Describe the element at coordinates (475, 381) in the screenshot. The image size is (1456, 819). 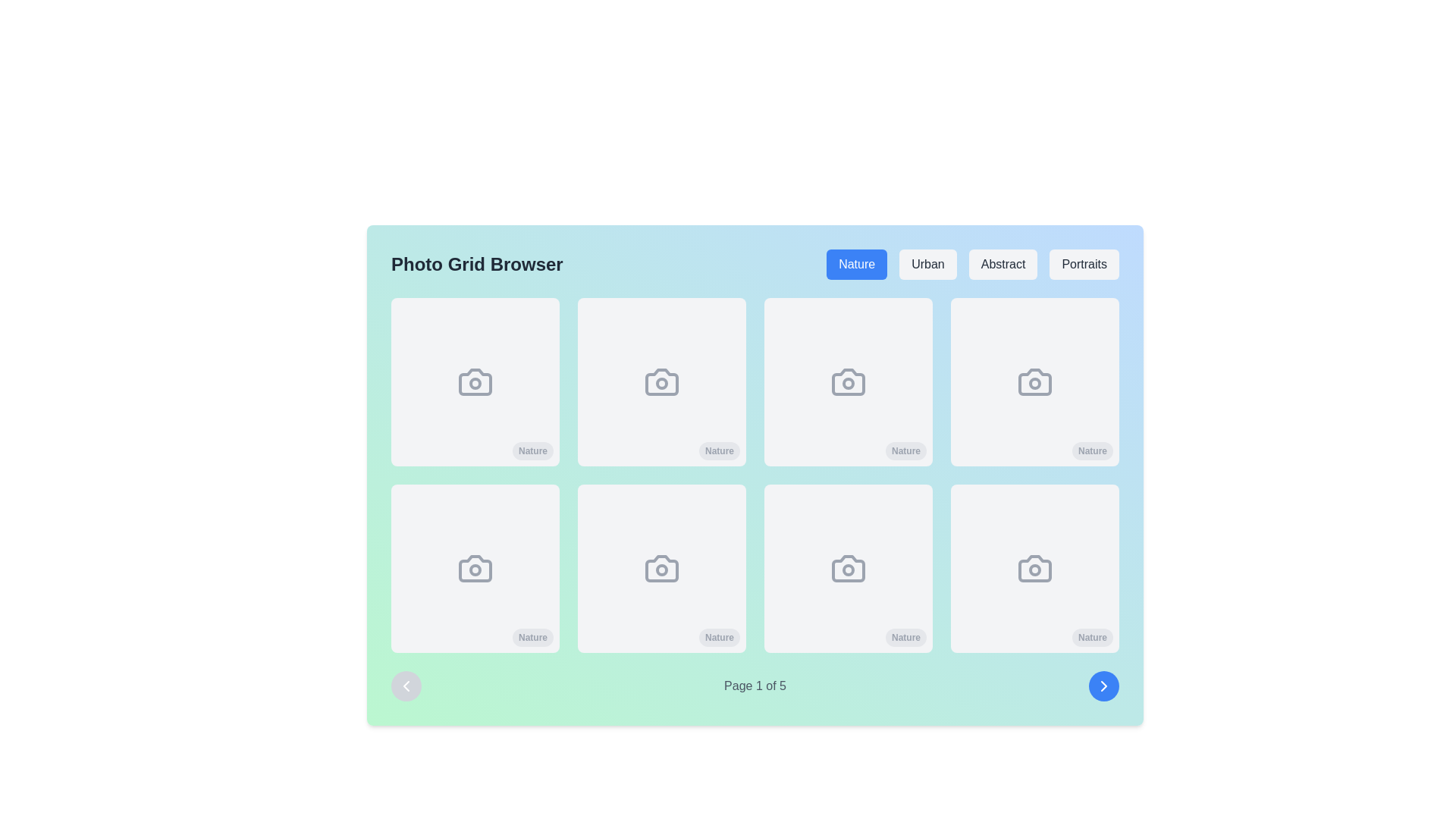
I see `the Card item labeled 'Nature' in the first row, first column of the grid layout` at that location.